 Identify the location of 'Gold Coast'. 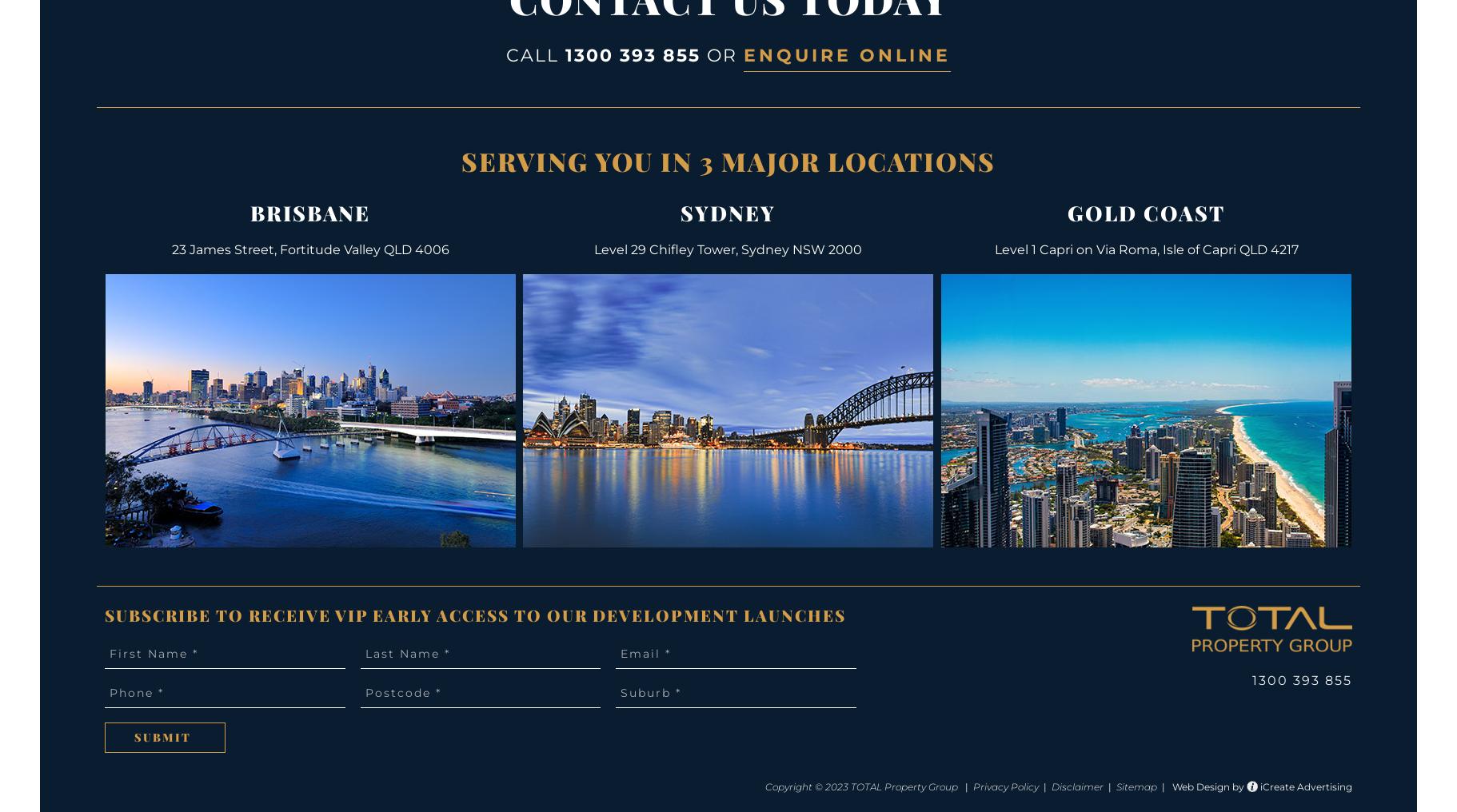
(1066, 212).